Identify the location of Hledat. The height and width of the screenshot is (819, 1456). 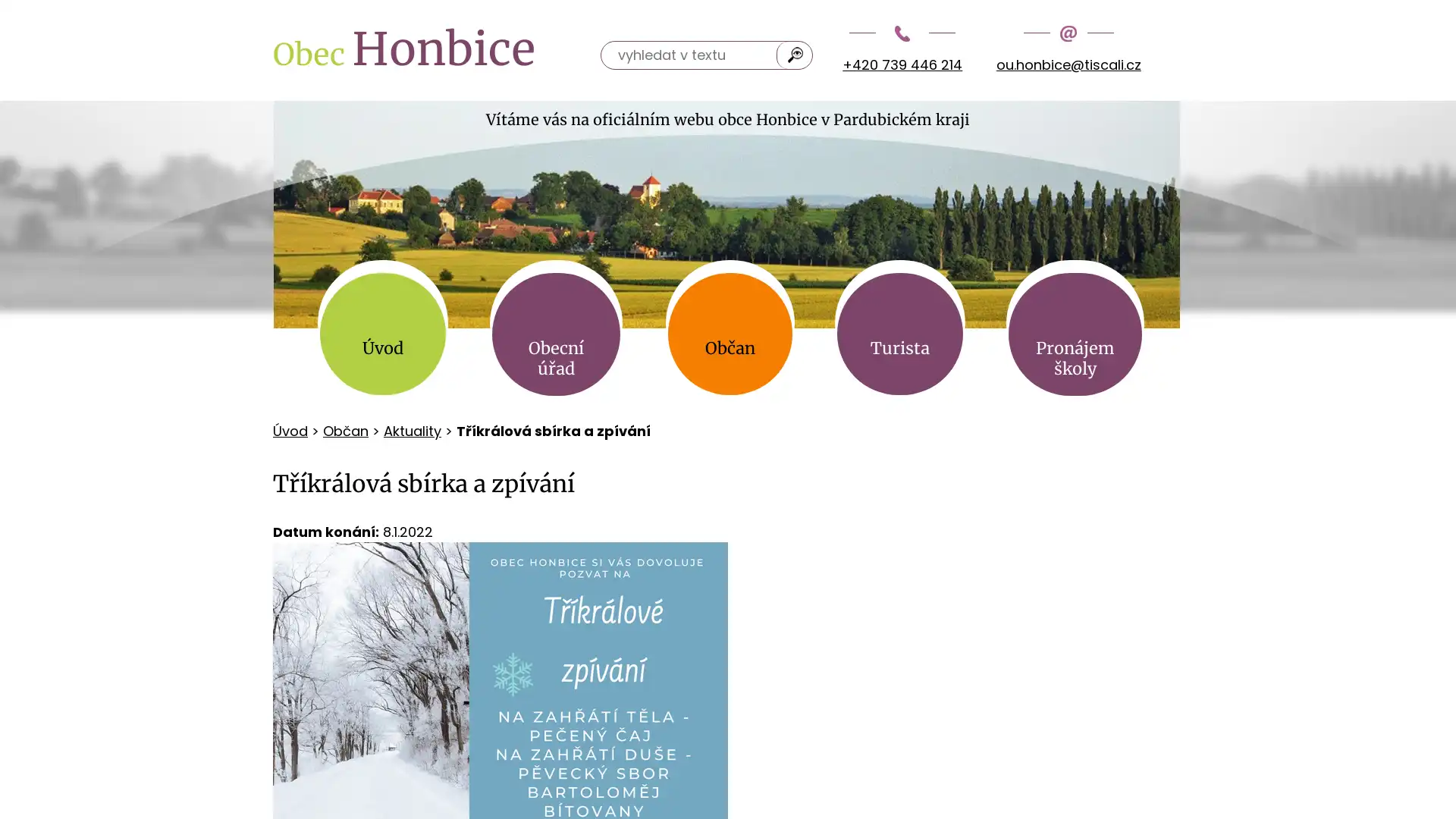
(795, 54).